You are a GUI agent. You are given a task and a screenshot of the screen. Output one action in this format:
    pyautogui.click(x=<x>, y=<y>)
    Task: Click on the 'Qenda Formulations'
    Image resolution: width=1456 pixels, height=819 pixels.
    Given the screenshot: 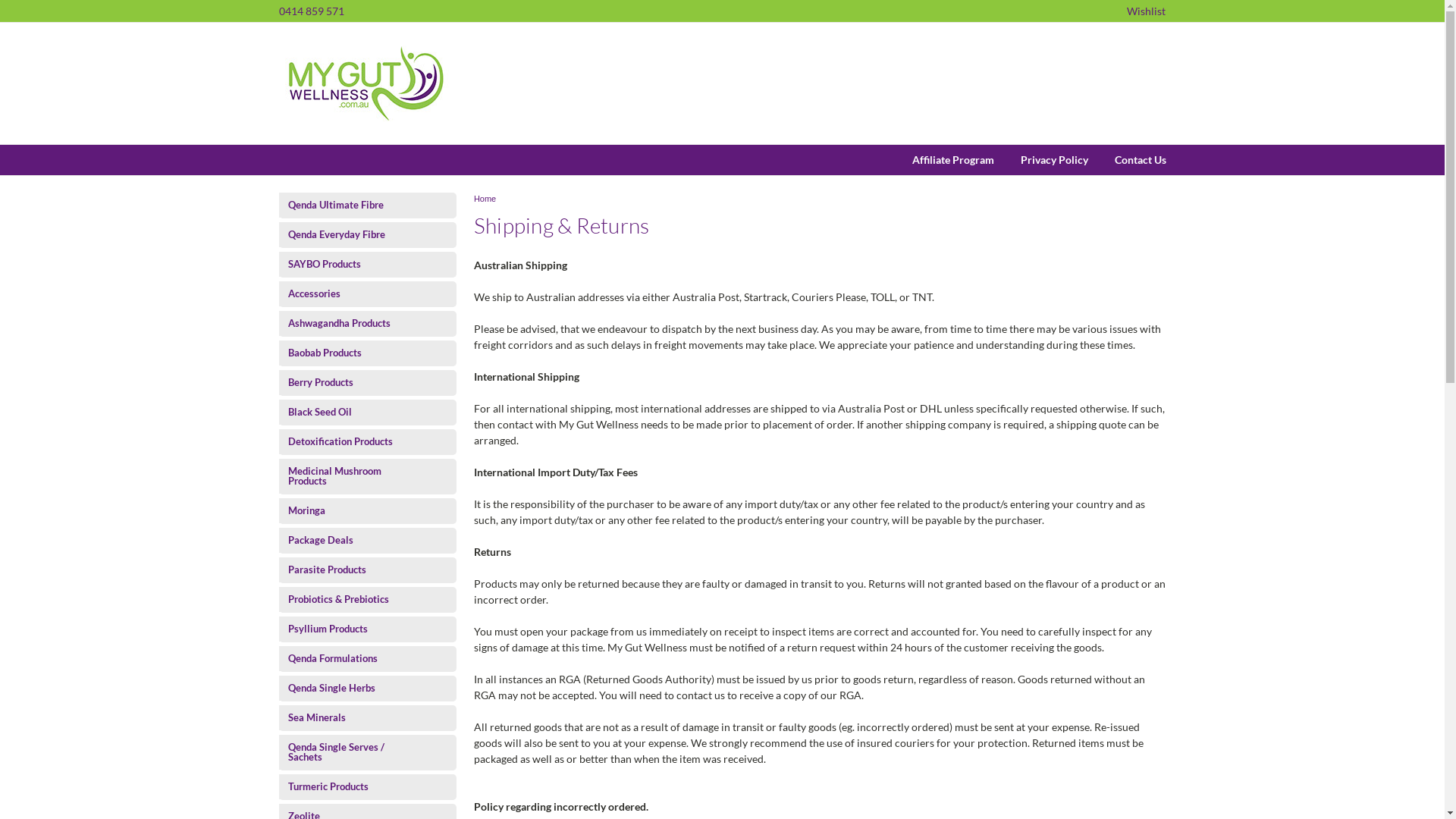 What is the action you would take?
    pyautogui.click(x=353, y=657)
    